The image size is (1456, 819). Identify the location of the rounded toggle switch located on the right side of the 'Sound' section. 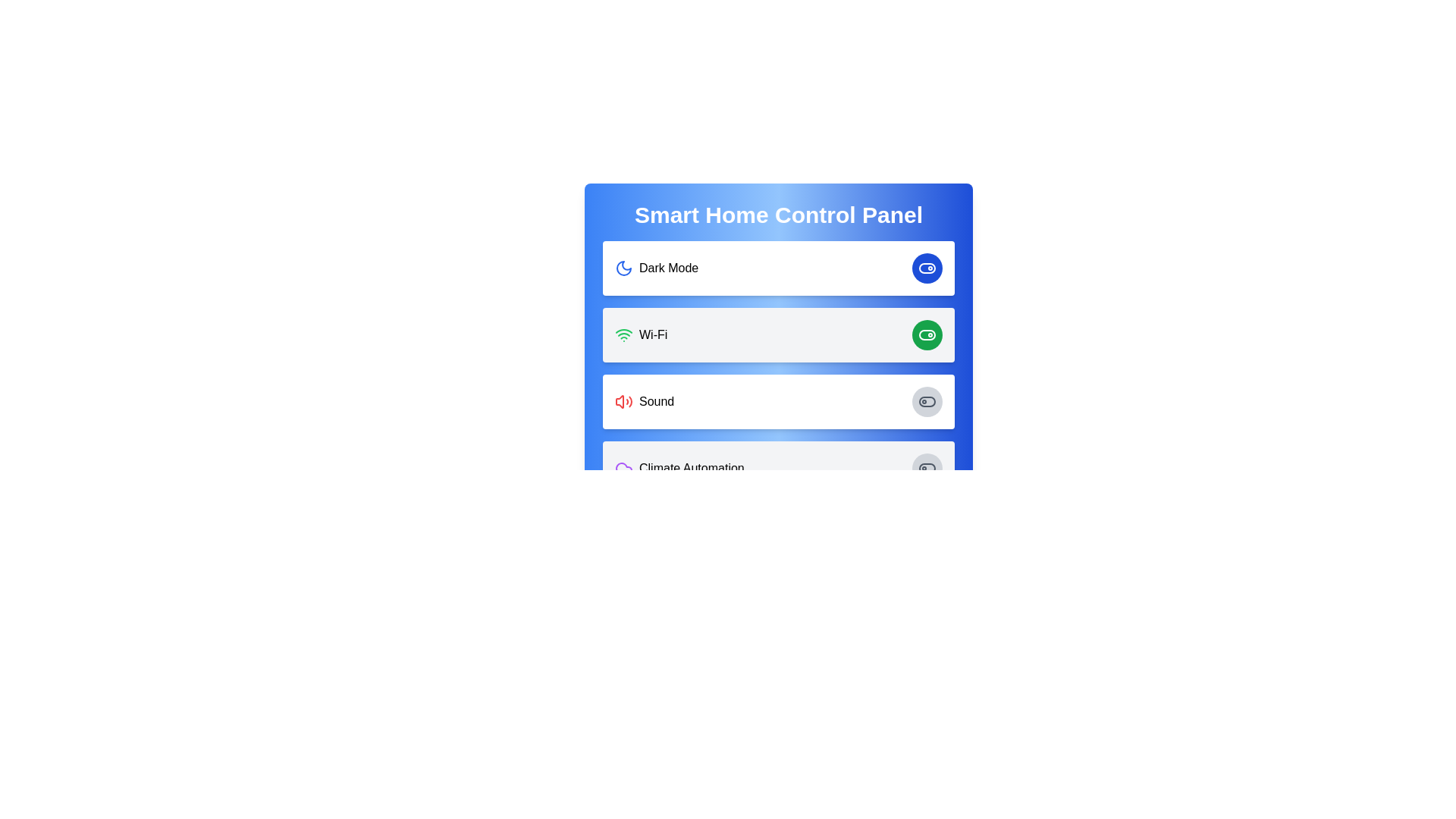
(927, 400).